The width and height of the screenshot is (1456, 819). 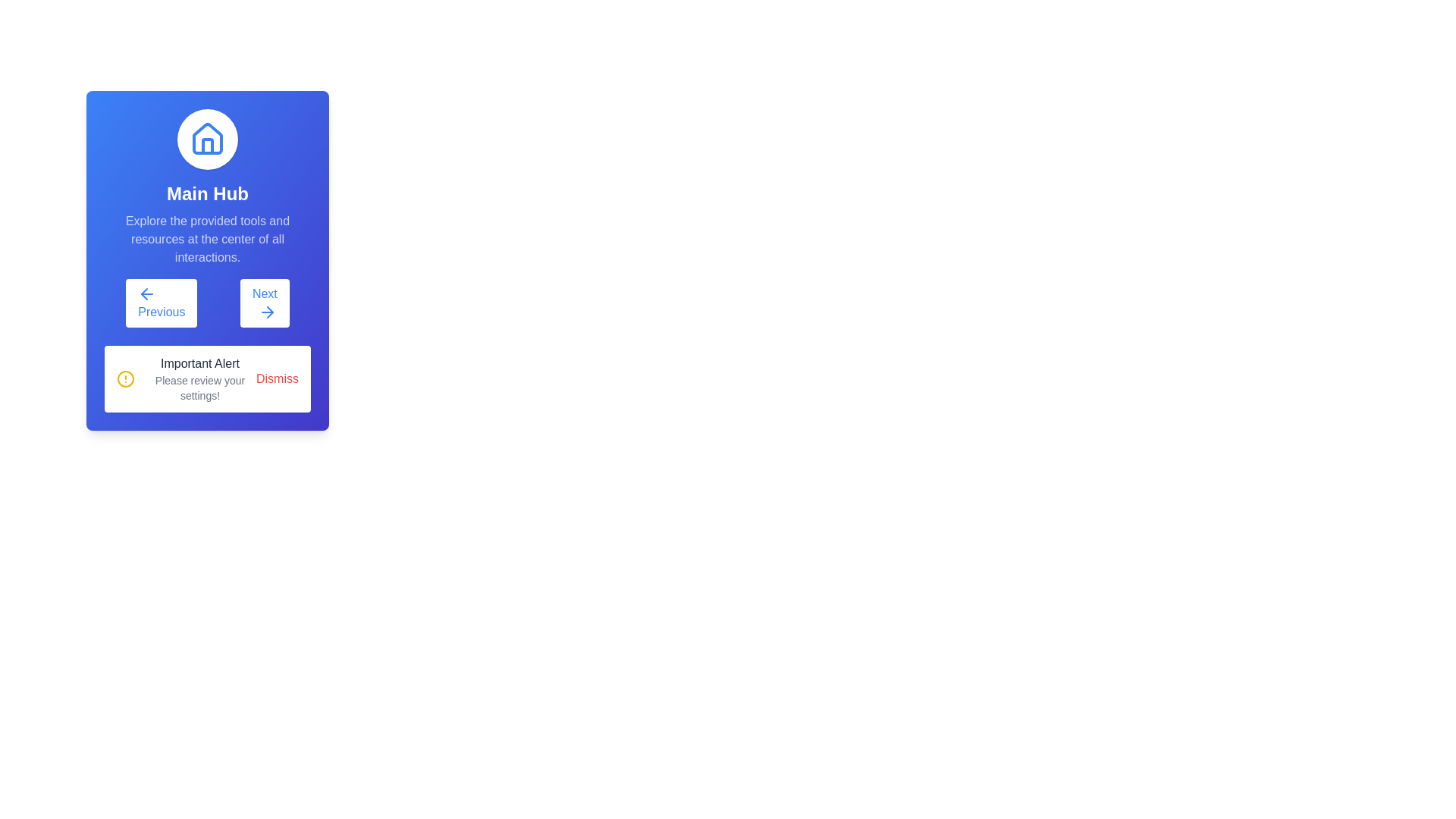 I want to click on the text component styled in white with a semi-transparent tone, reading 'Explore the provided tools and resources at the center of all interactions', located directly below the title 'Main Hub', so click(x=206, y=239).